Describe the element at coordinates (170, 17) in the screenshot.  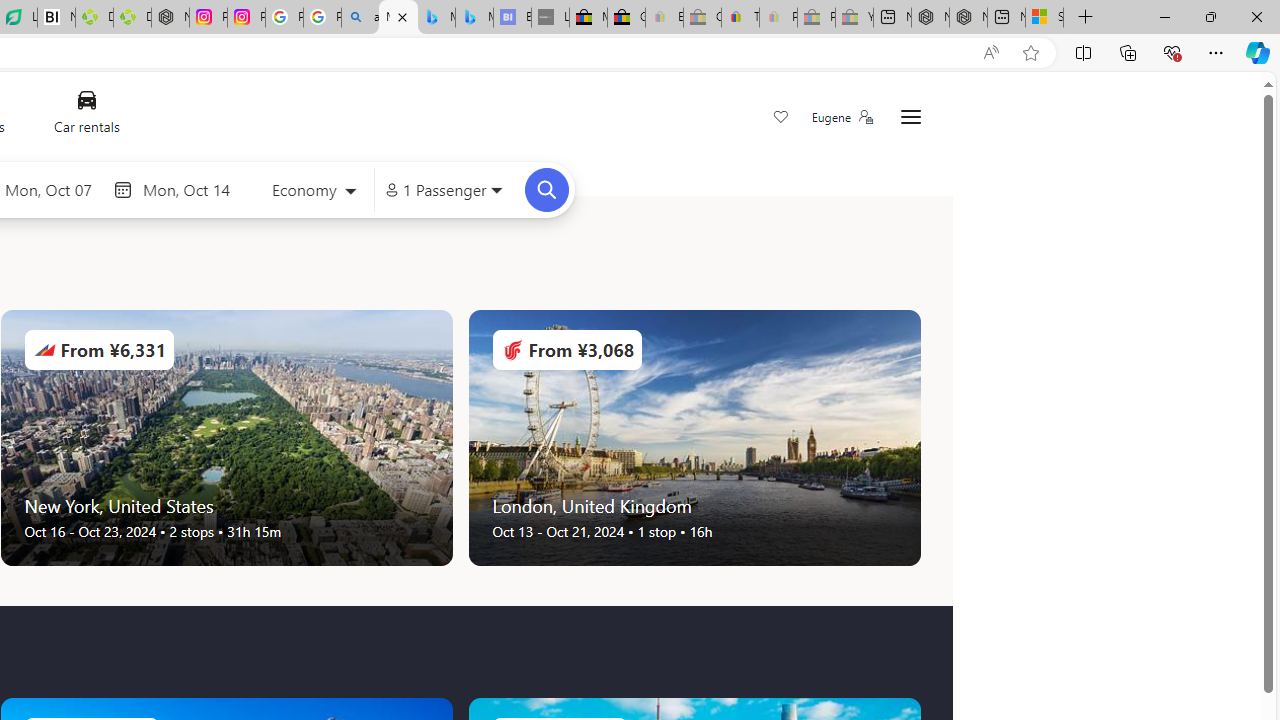
I see `'Nordace - Nordace Edin Collection'` at that location.